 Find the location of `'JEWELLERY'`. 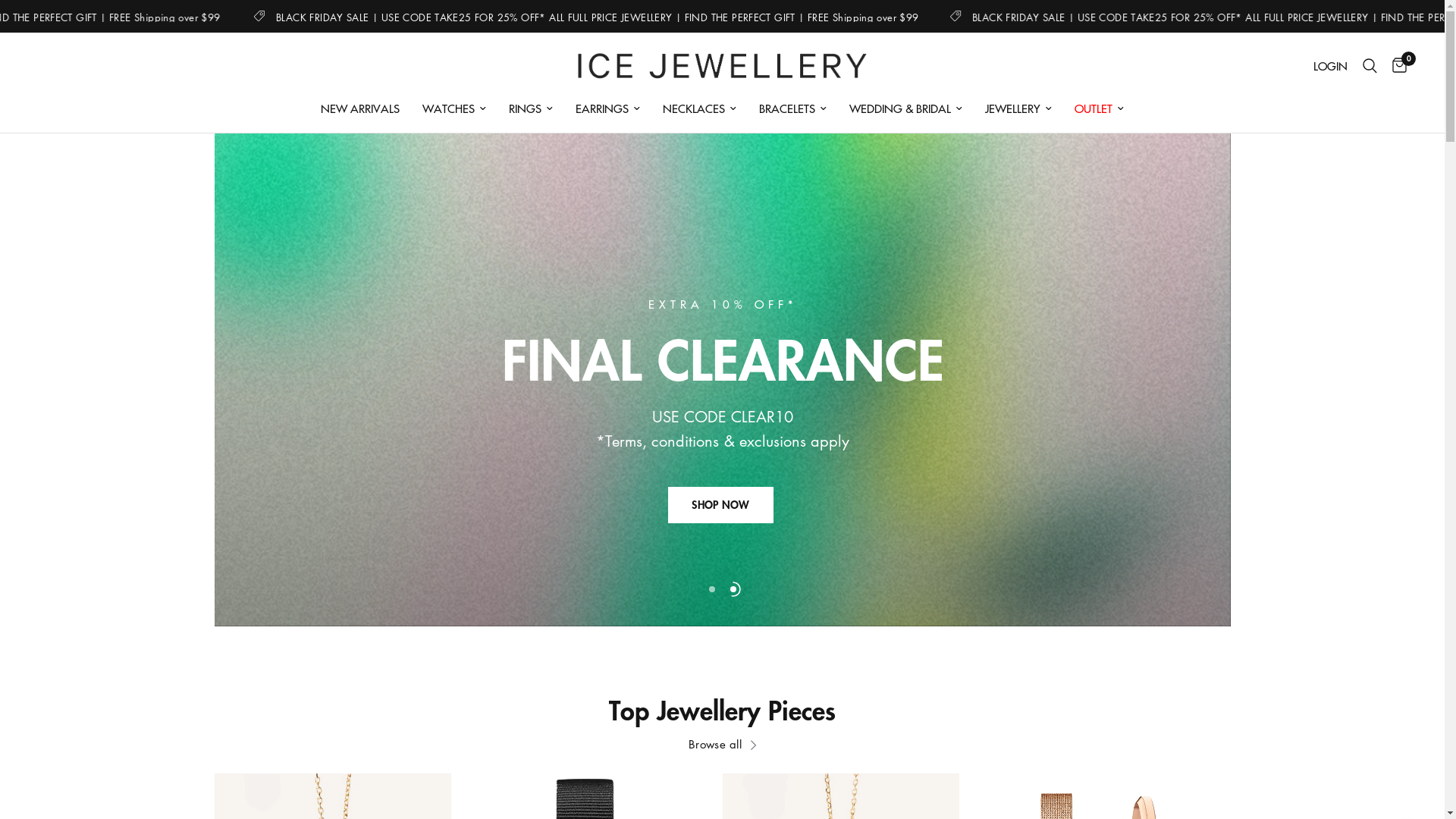

'JEWELLERY' is located at coordinates (1018, 107).